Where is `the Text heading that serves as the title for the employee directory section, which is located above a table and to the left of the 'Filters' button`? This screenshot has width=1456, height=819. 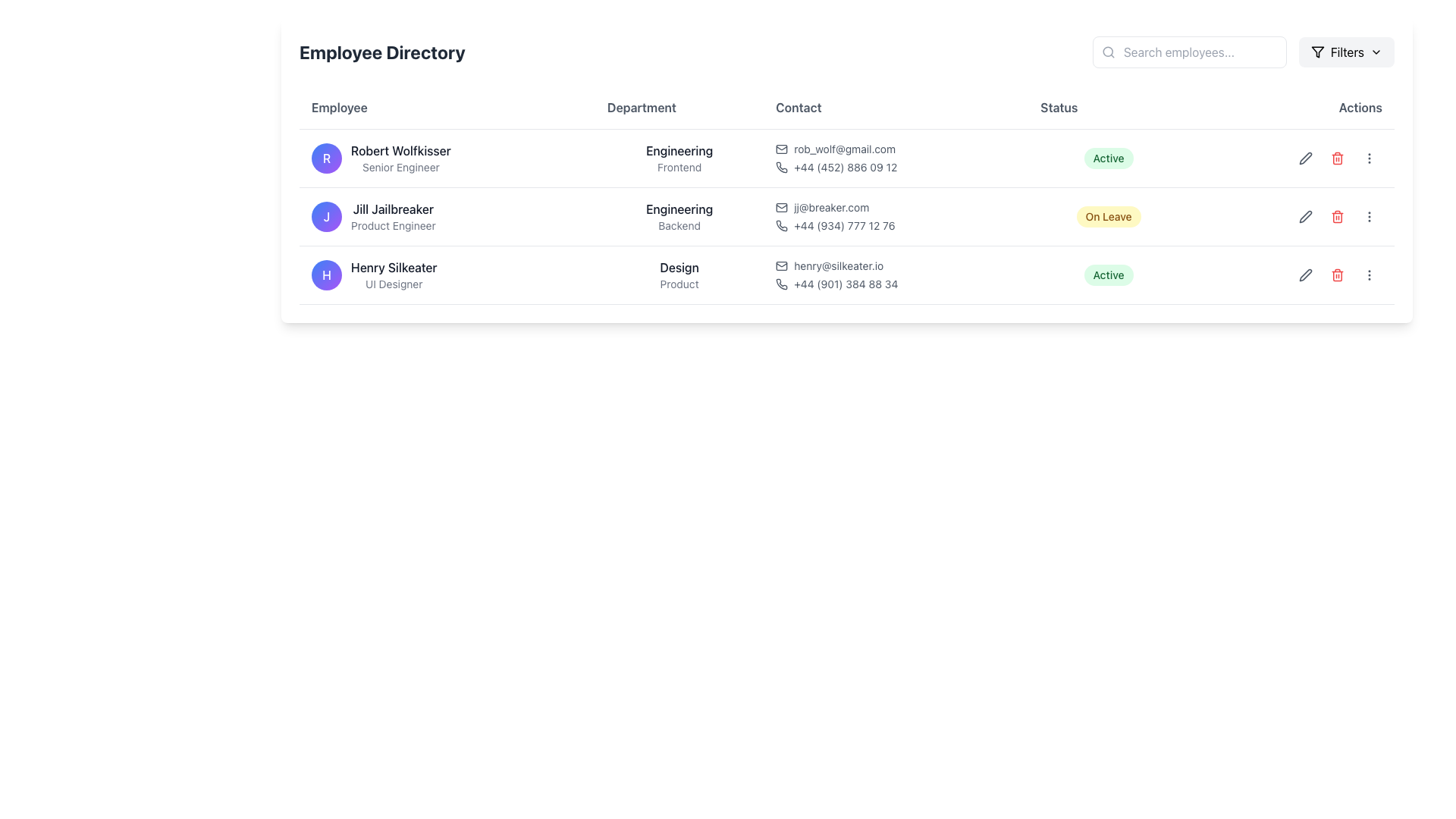
the Text heading that serves as the title for the employee directory section, which is located above a table and to the left of the 'Filters' button is located at coordinates (382, 52).